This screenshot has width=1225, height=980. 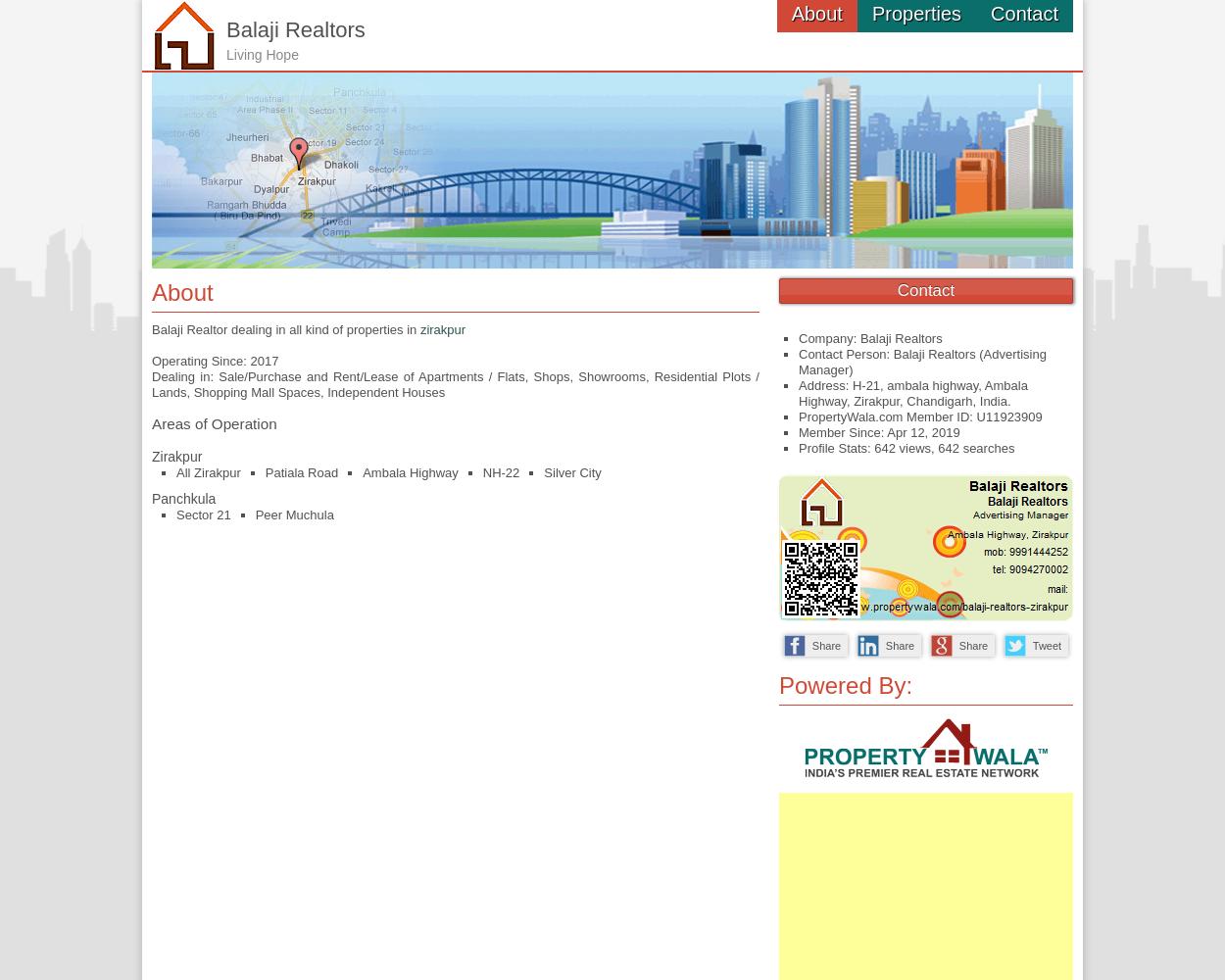 I want to click on 'Properties', so click(x=916, y=14).